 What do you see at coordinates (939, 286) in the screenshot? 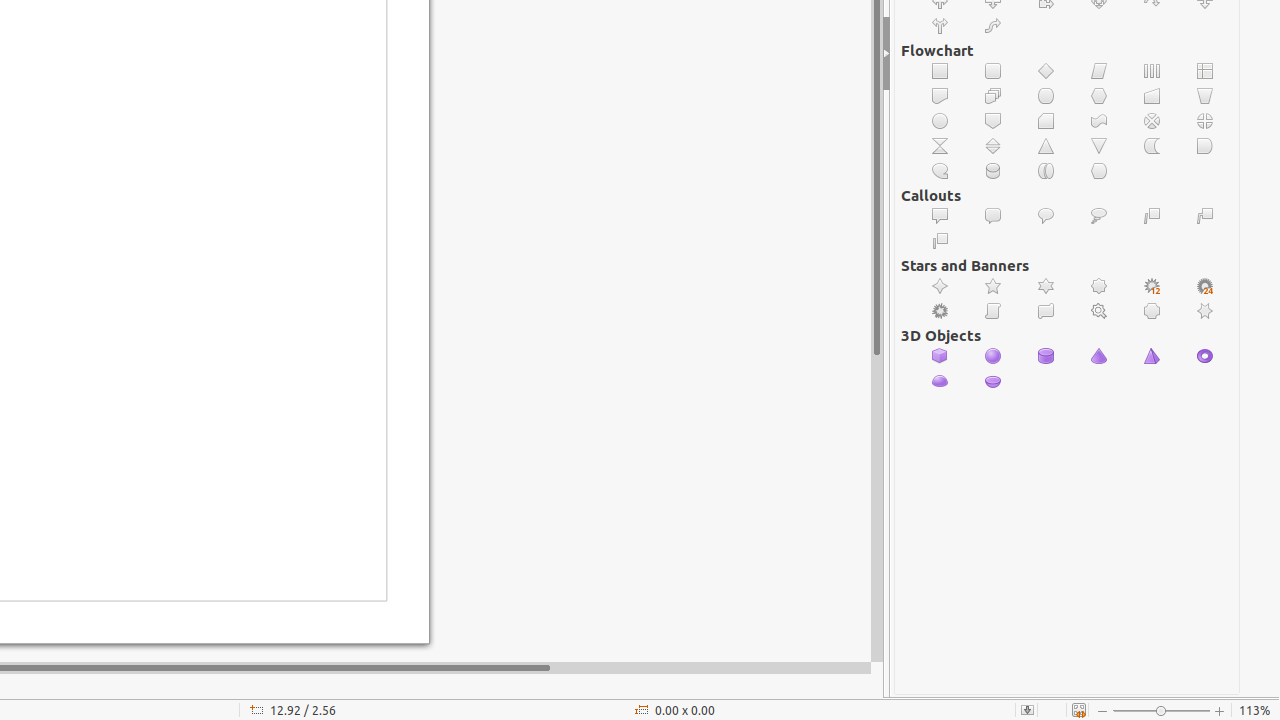
I see `'4-Point Star'` at bounding box center [939, 286].